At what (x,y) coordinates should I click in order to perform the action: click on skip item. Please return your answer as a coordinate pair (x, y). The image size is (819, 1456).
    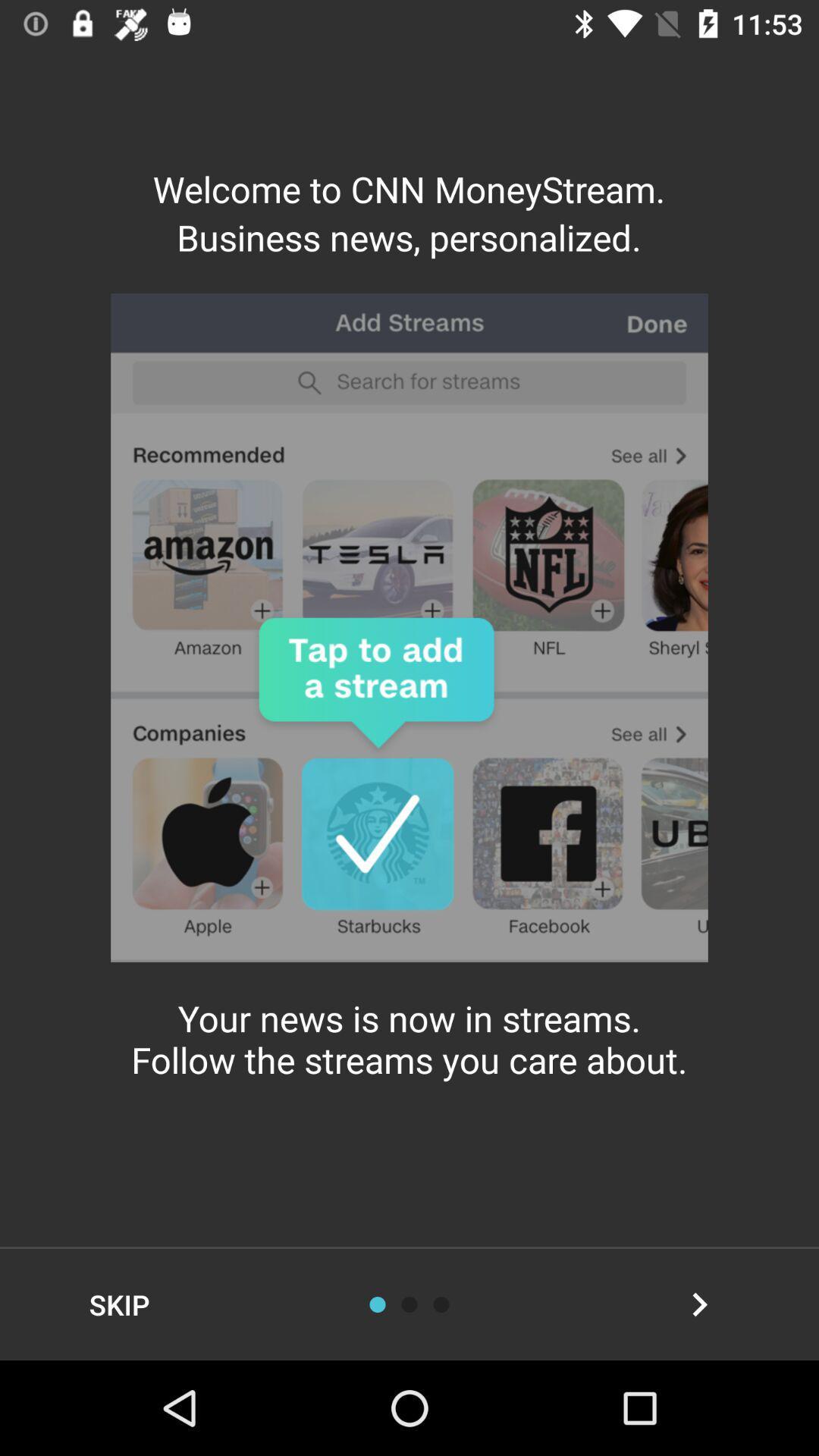
    Looking at the image, I should click on (118, 1304).